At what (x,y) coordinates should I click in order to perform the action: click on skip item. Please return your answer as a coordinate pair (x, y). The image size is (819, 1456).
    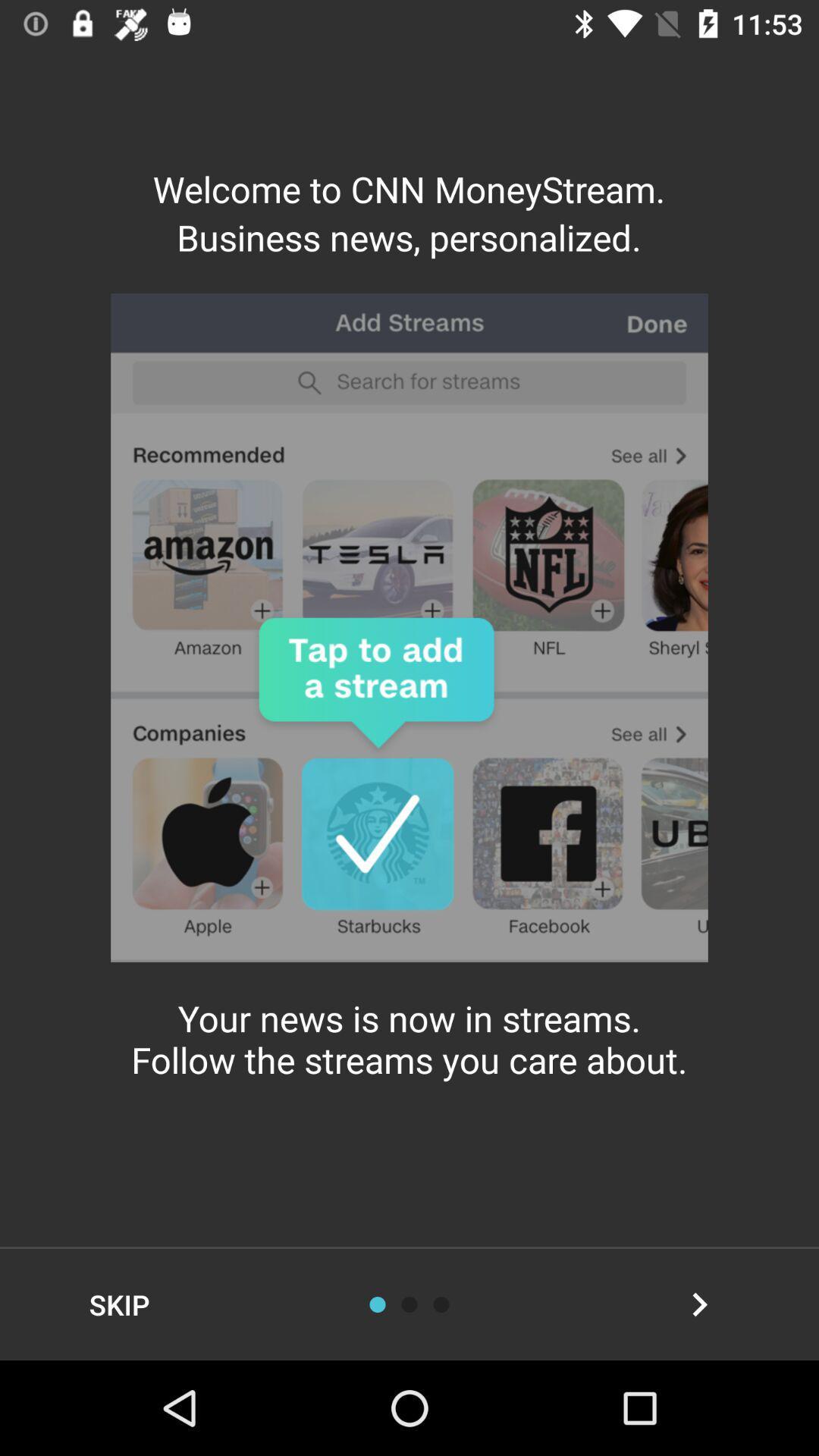
    Looking at the image, I should click on (118, 1304).